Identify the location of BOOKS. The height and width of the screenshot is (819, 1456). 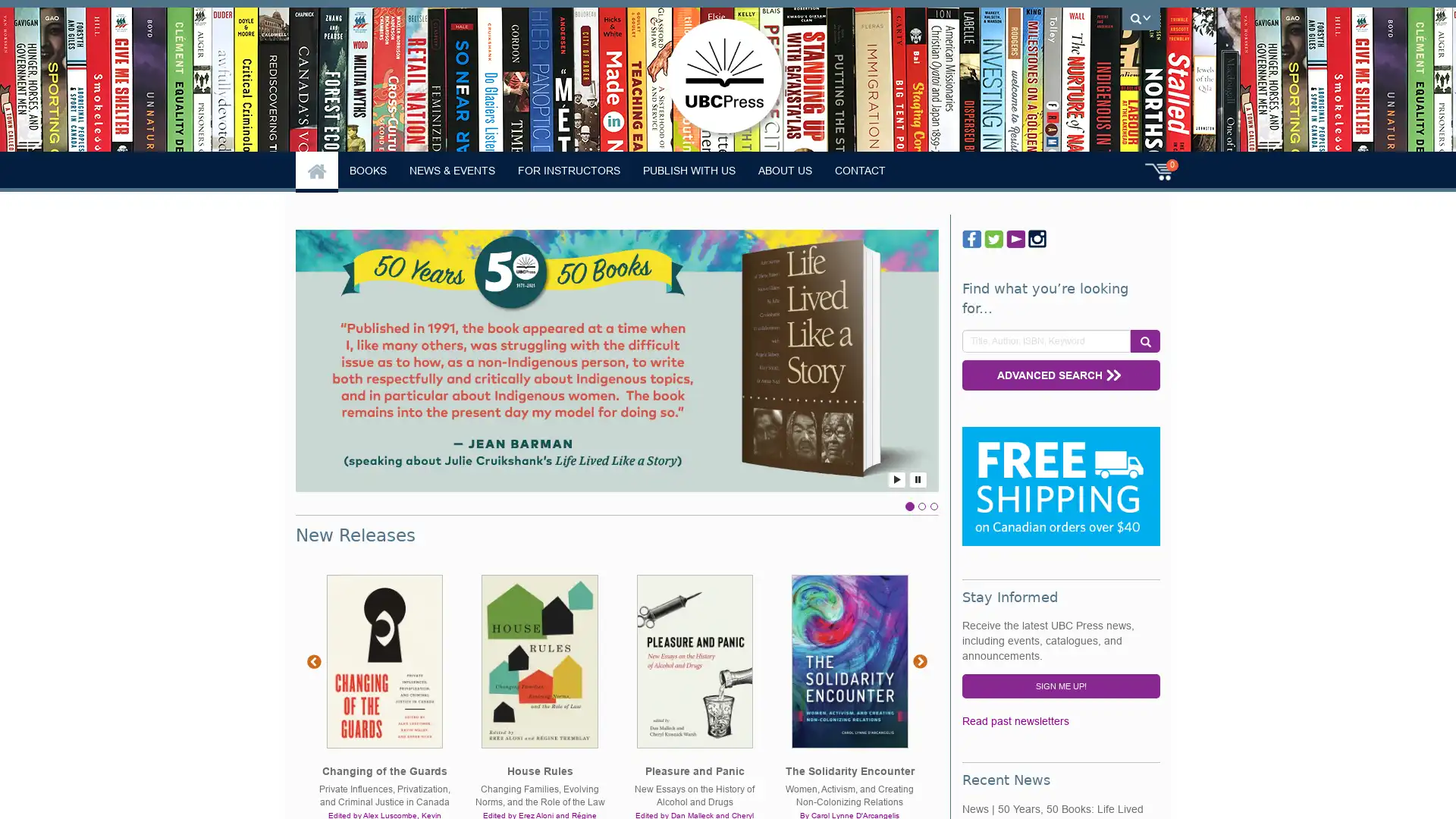
(368, 170).